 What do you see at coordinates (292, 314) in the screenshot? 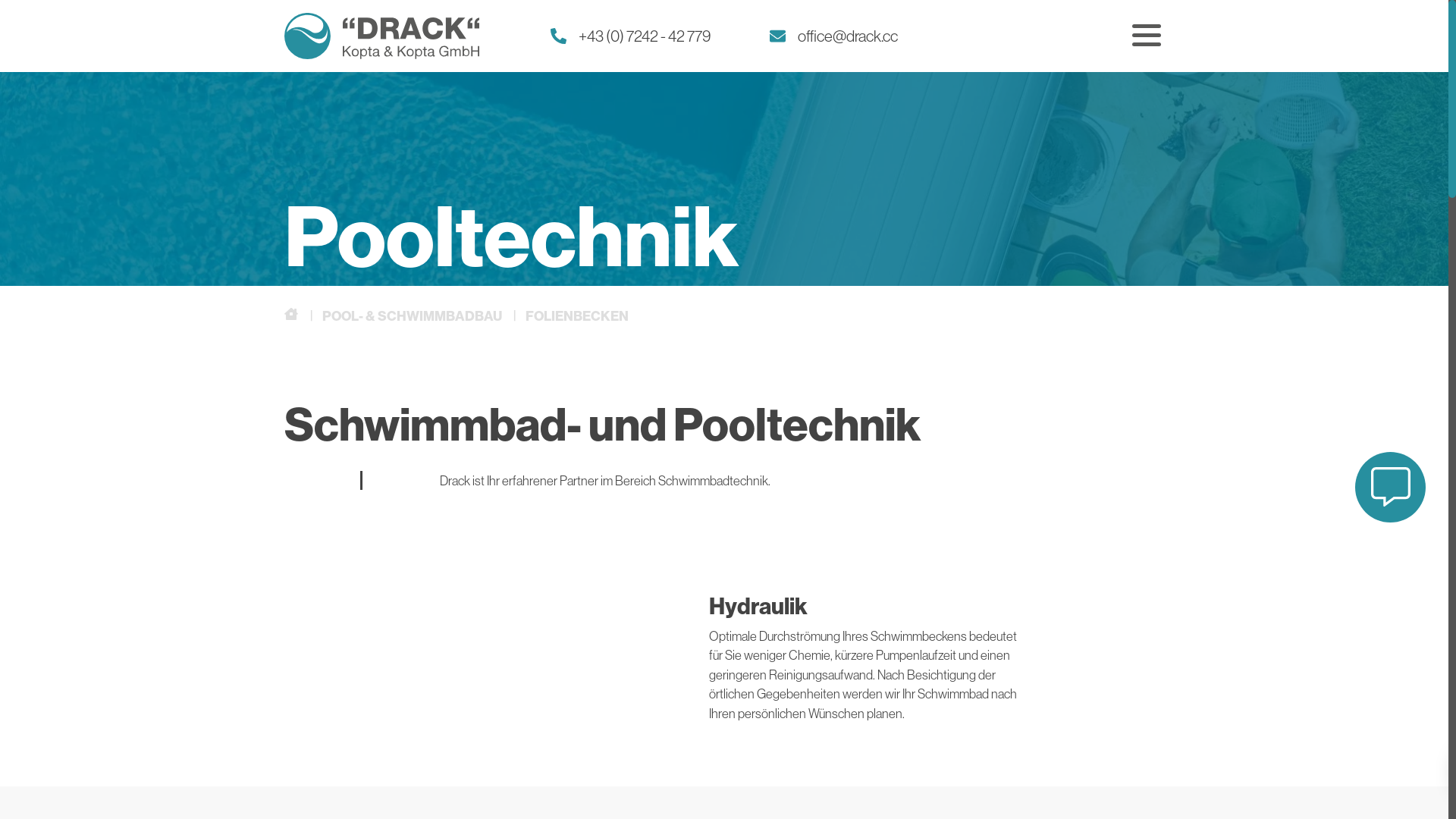
I see `'Startseite'` at bounding box center [292, 314].